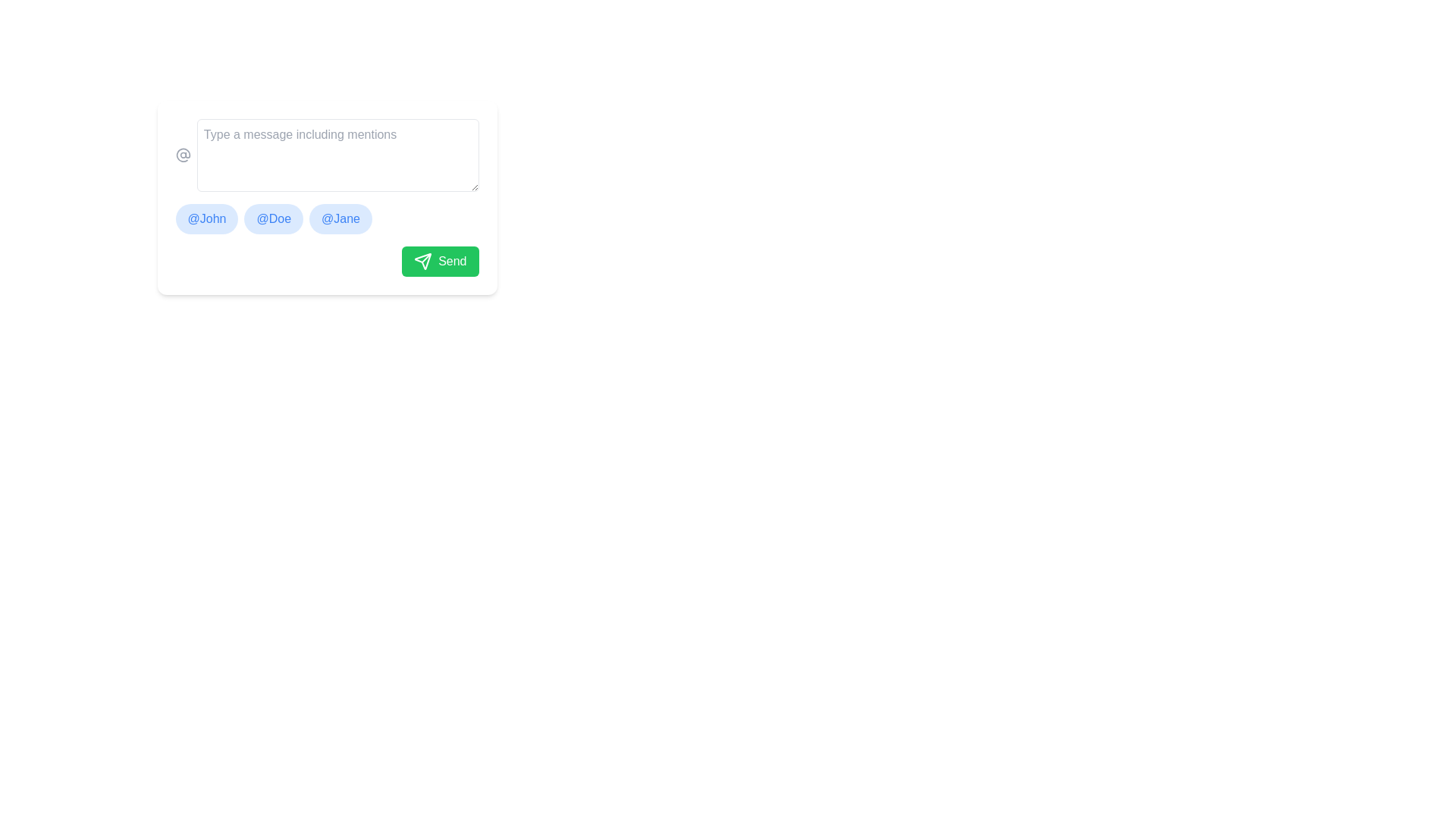 The image size is (1456, 819). Describe the element at coordinates (439, 260) in the screenshot. I see `the uniquely identifiable 'Send' button with a green background and paper plane icon to activate hover effects` at that location.